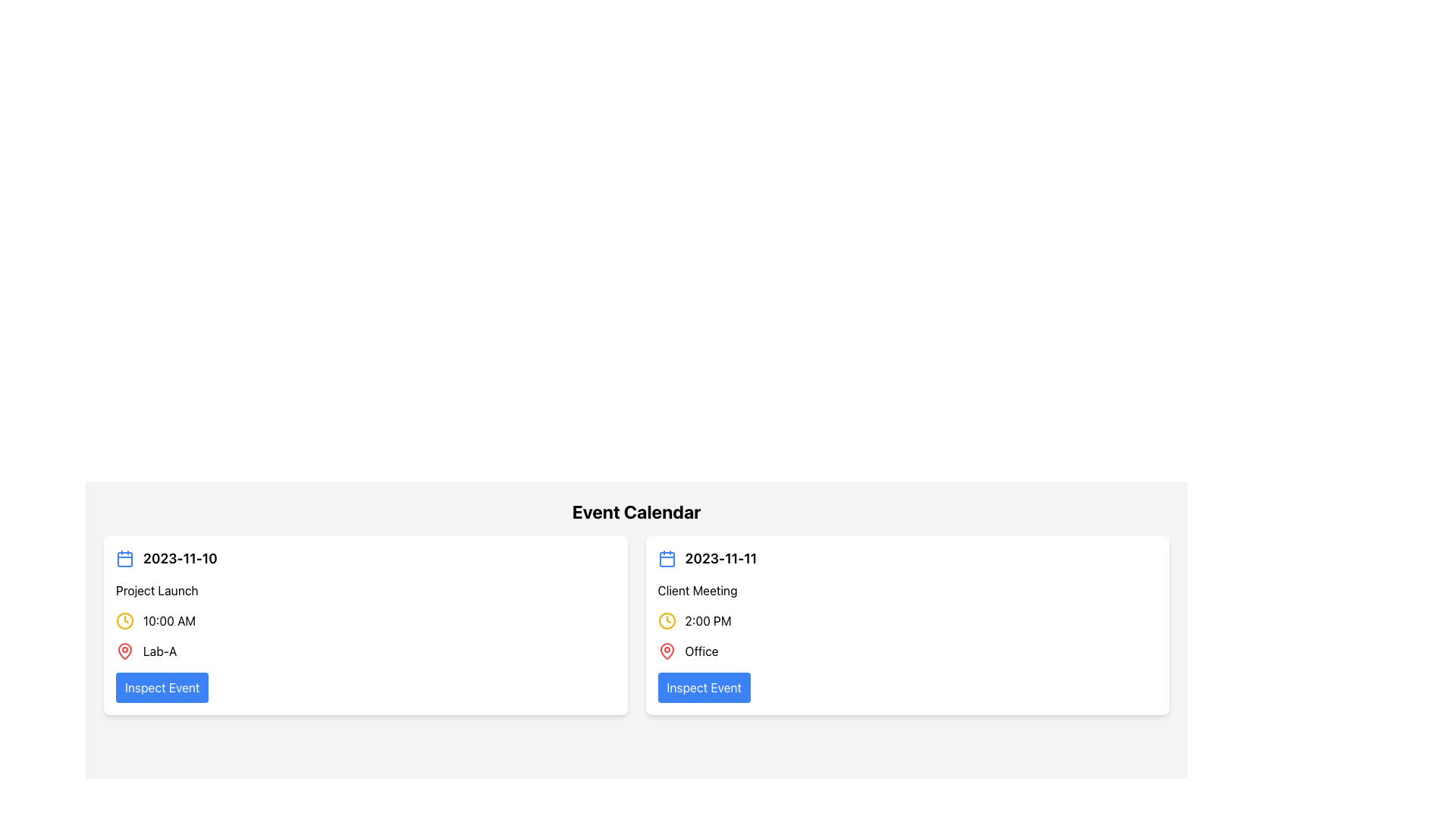  I want to click on the small blue calendar icon located to the left of the date text '2023-11-11' in the top-left corner of the event card, so click(667, 558).